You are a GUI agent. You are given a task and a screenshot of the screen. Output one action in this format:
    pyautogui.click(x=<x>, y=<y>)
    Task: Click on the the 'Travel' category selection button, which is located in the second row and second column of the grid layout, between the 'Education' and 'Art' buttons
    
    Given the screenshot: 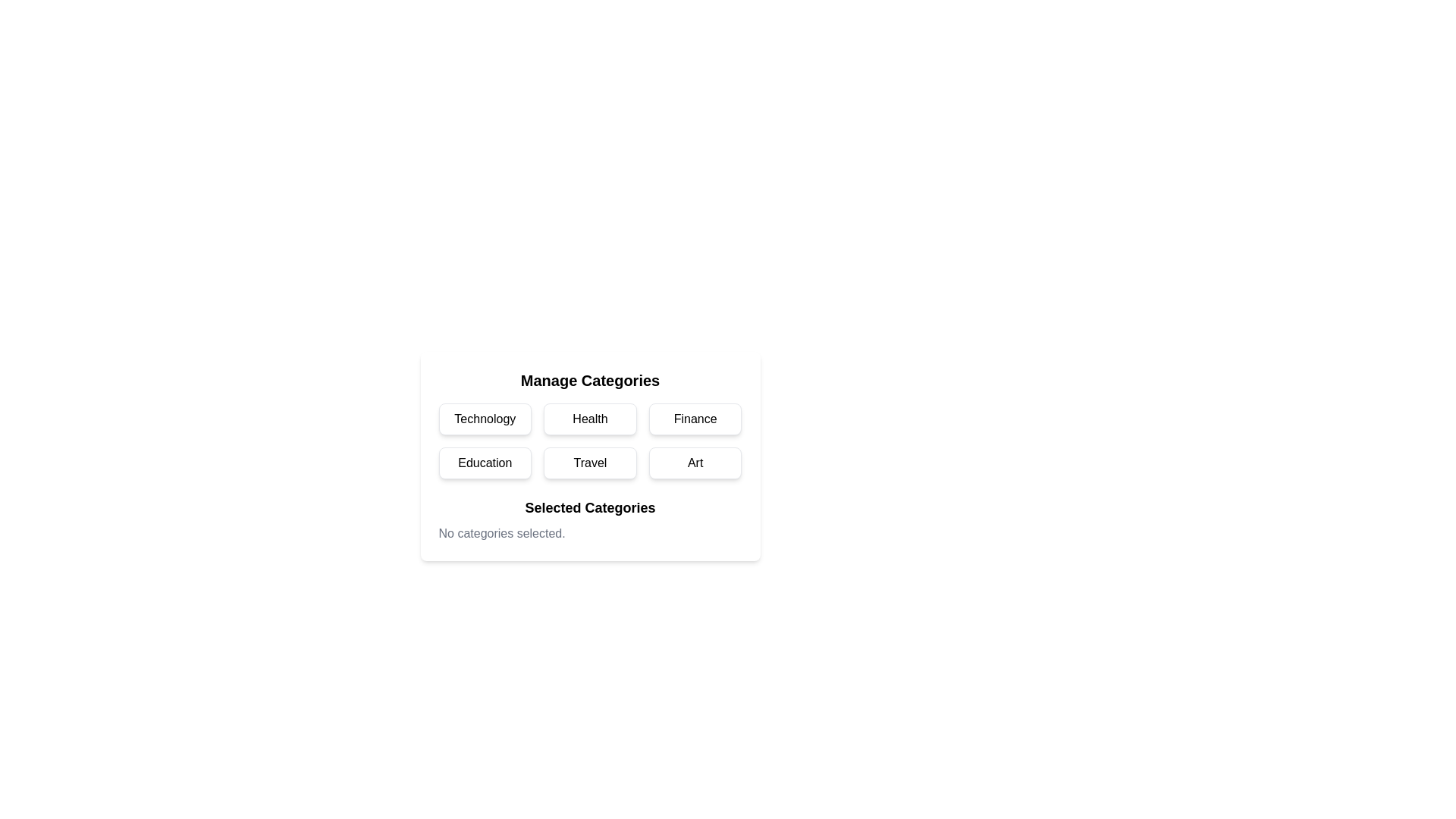 What is the action you would take?
    pyautogui.click(x=589, y=455)
    